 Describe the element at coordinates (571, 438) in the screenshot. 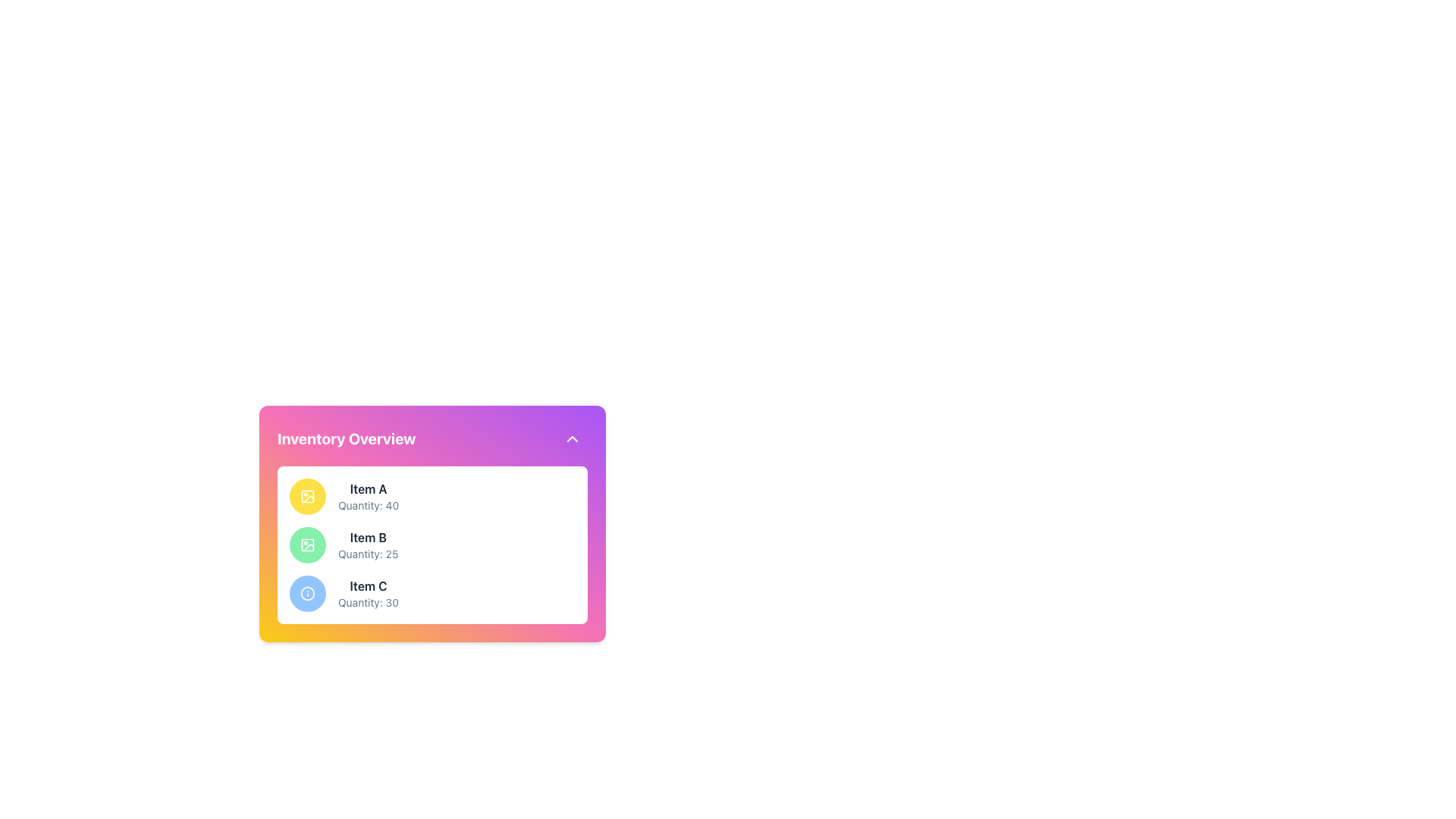

I see `the interactive icon located in the top-right corner of the 'Inventory Overview' card` at that location.